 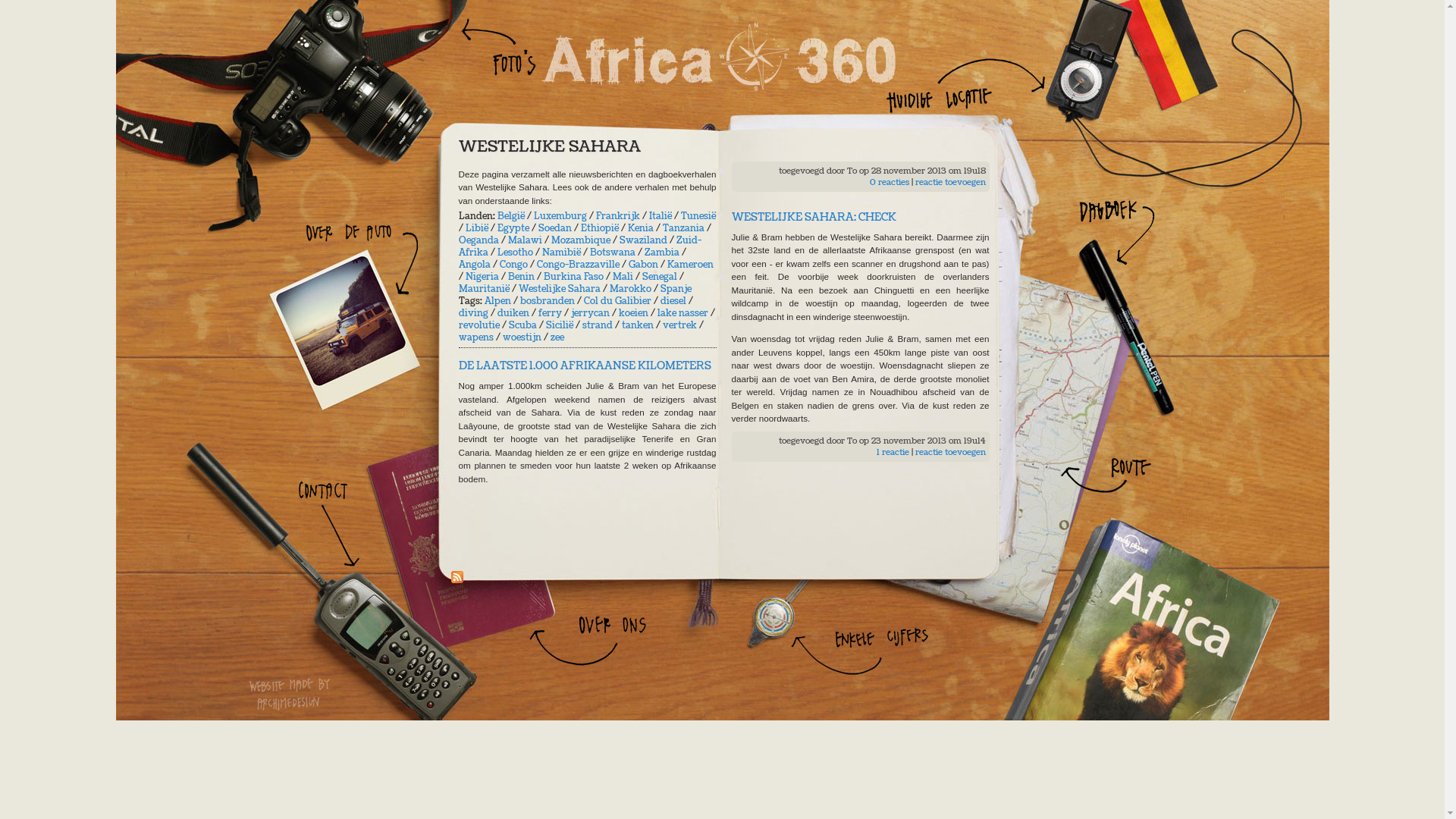 I want to click on 'Col du Galibier', so click(x=617, y=301).